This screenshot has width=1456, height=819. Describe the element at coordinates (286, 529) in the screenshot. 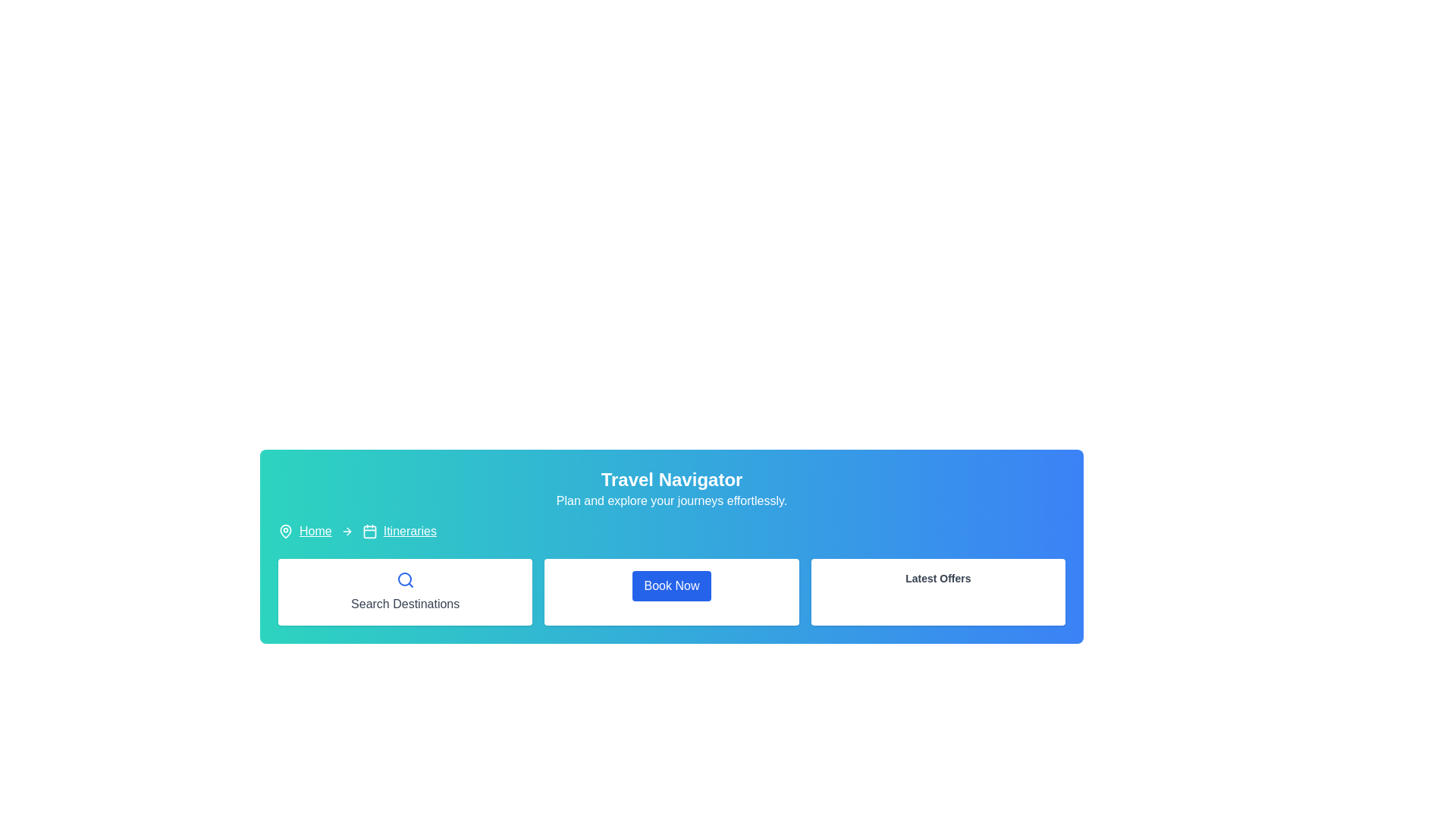

I see `the location marker icon in the breadcrumb navigation bar next to the 'Home' label` at that location.